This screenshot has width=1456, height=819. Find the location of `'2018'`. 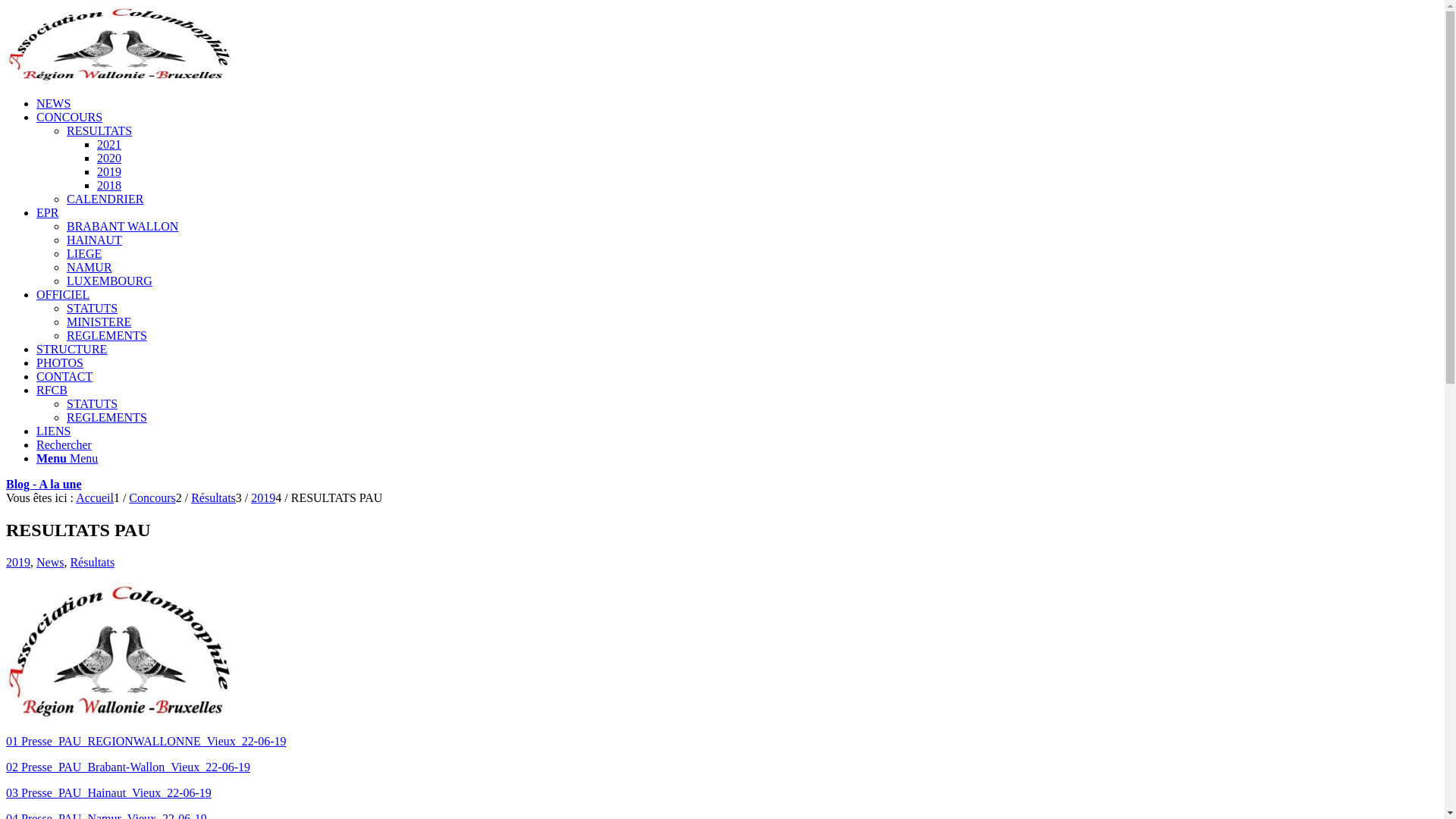

'2018' is located at coordinates (108, 184).